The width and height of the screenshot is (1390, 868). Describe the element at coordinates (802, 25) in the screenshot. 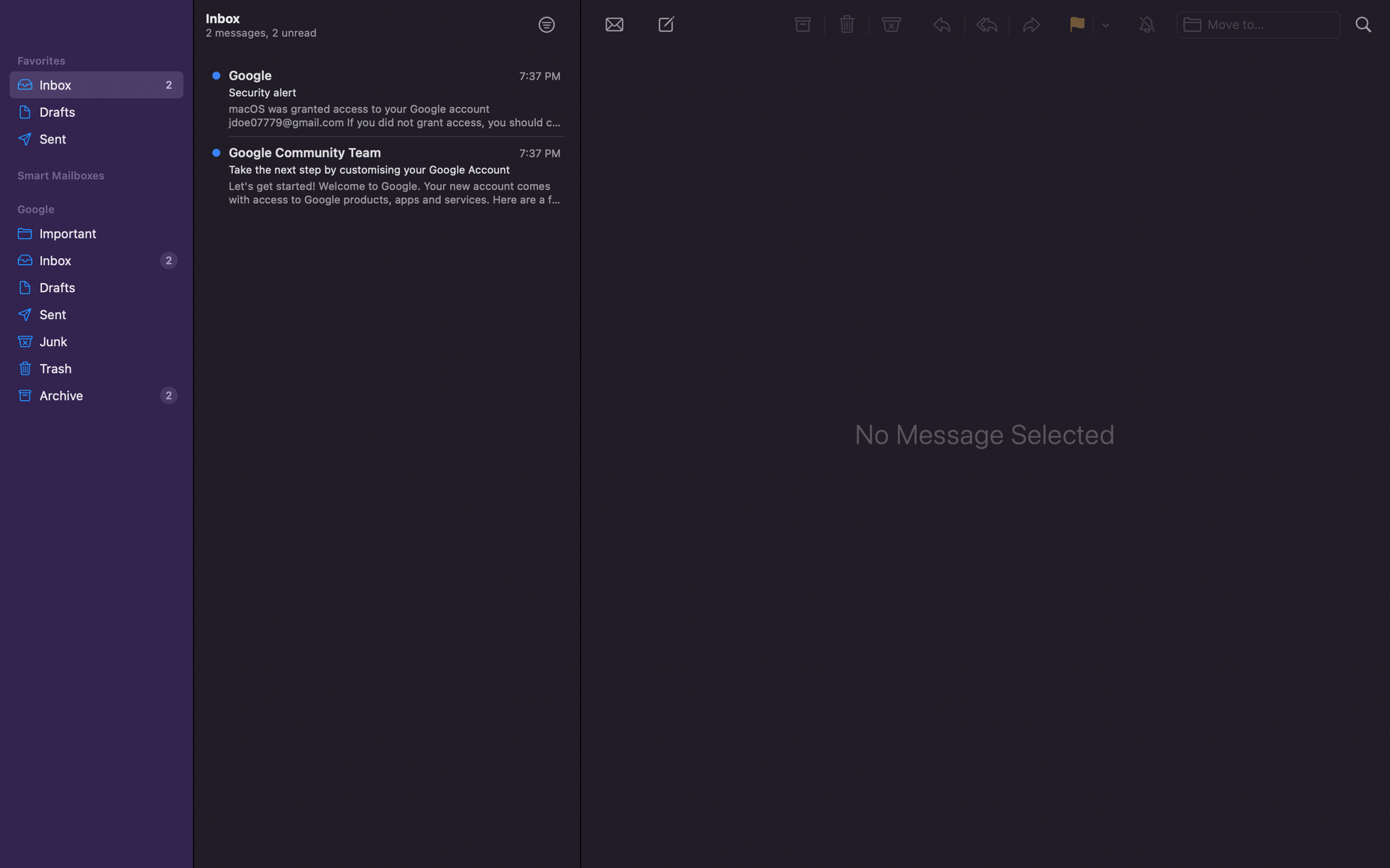

I see `and move messages to the archive` at that location.